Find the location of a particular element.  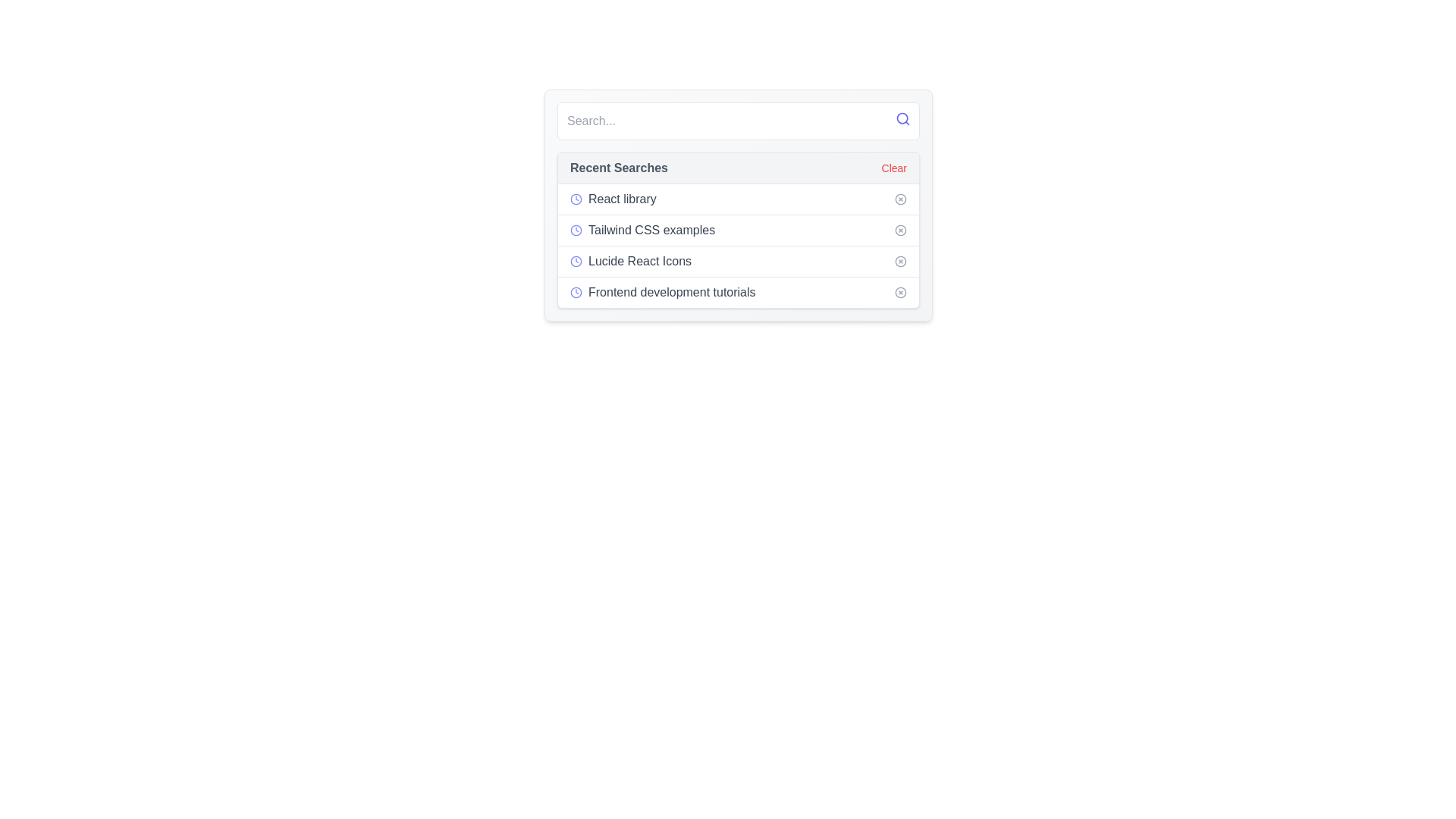

the clock icon located to the left of the text 'Frontend development tutorials' in the recent searches list to interact with it is located at coordinates (575, 292).